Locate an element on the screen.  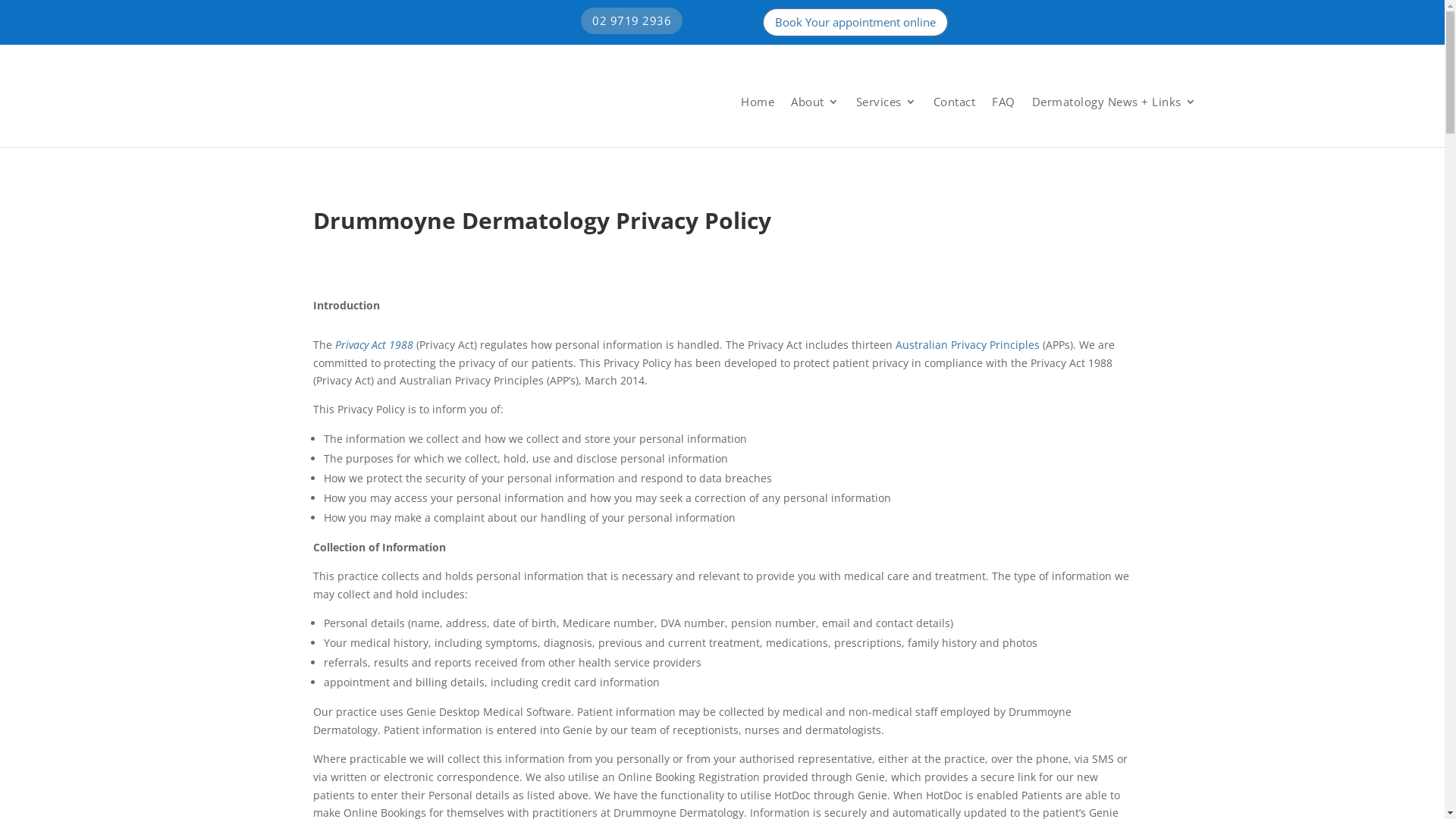
'02 9719 2936' is located at coordinates (632, 20).